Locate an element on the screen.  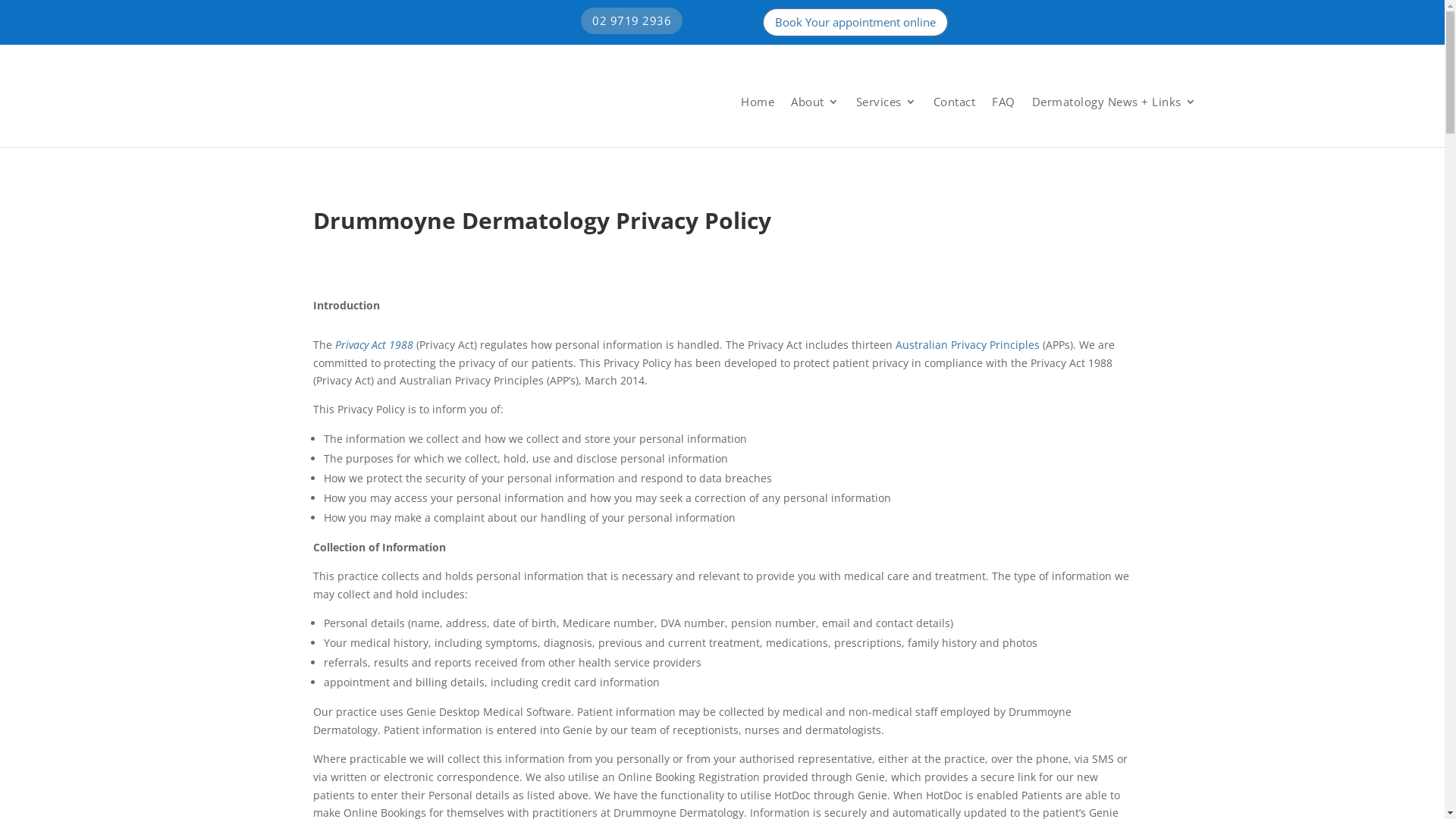
'02 9719 2936' is located at coordinates (632, 20).